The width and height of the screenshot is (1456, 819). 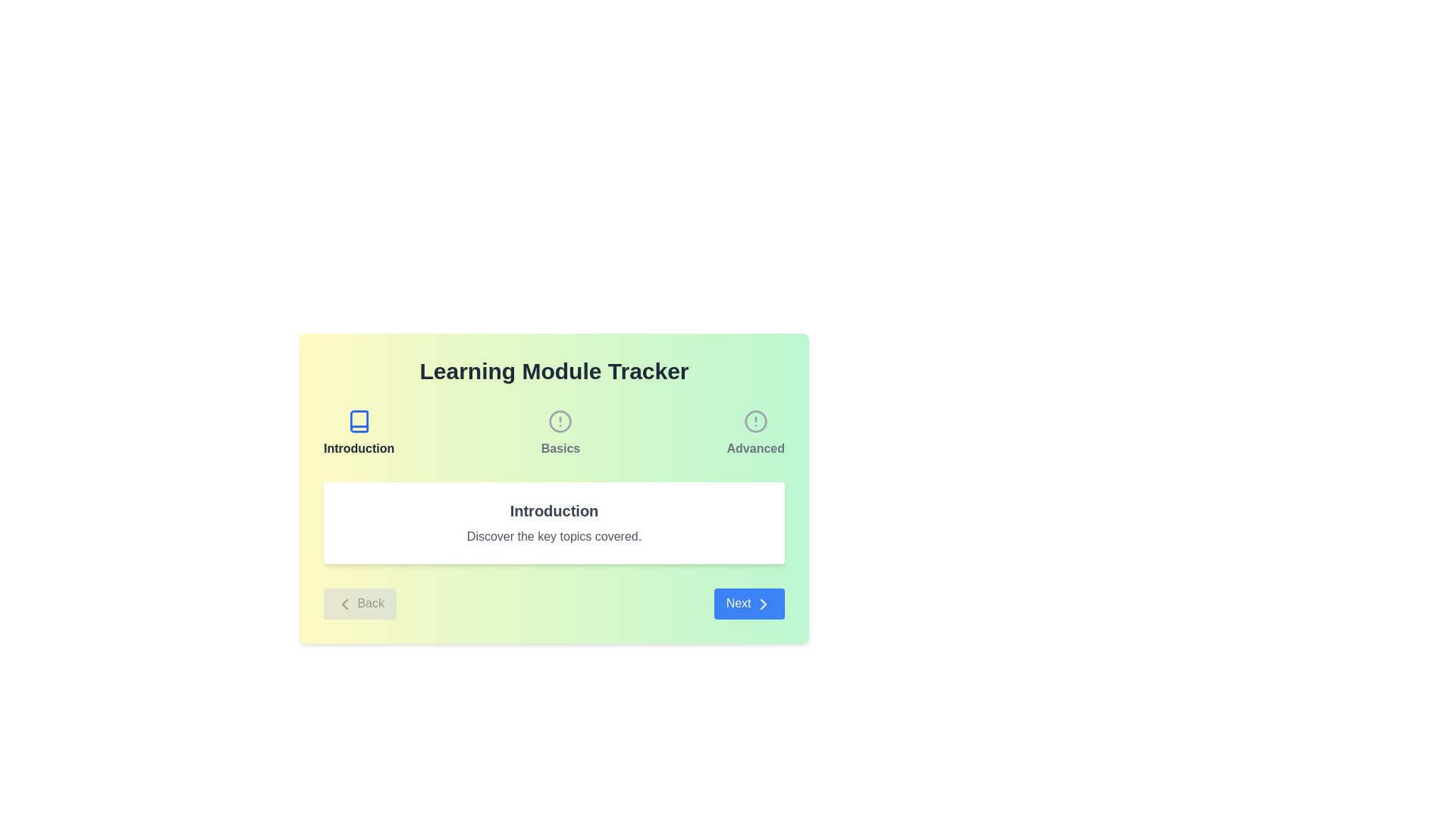 I want to click on the leftmost button that enables users, so click(x=359, y=603).